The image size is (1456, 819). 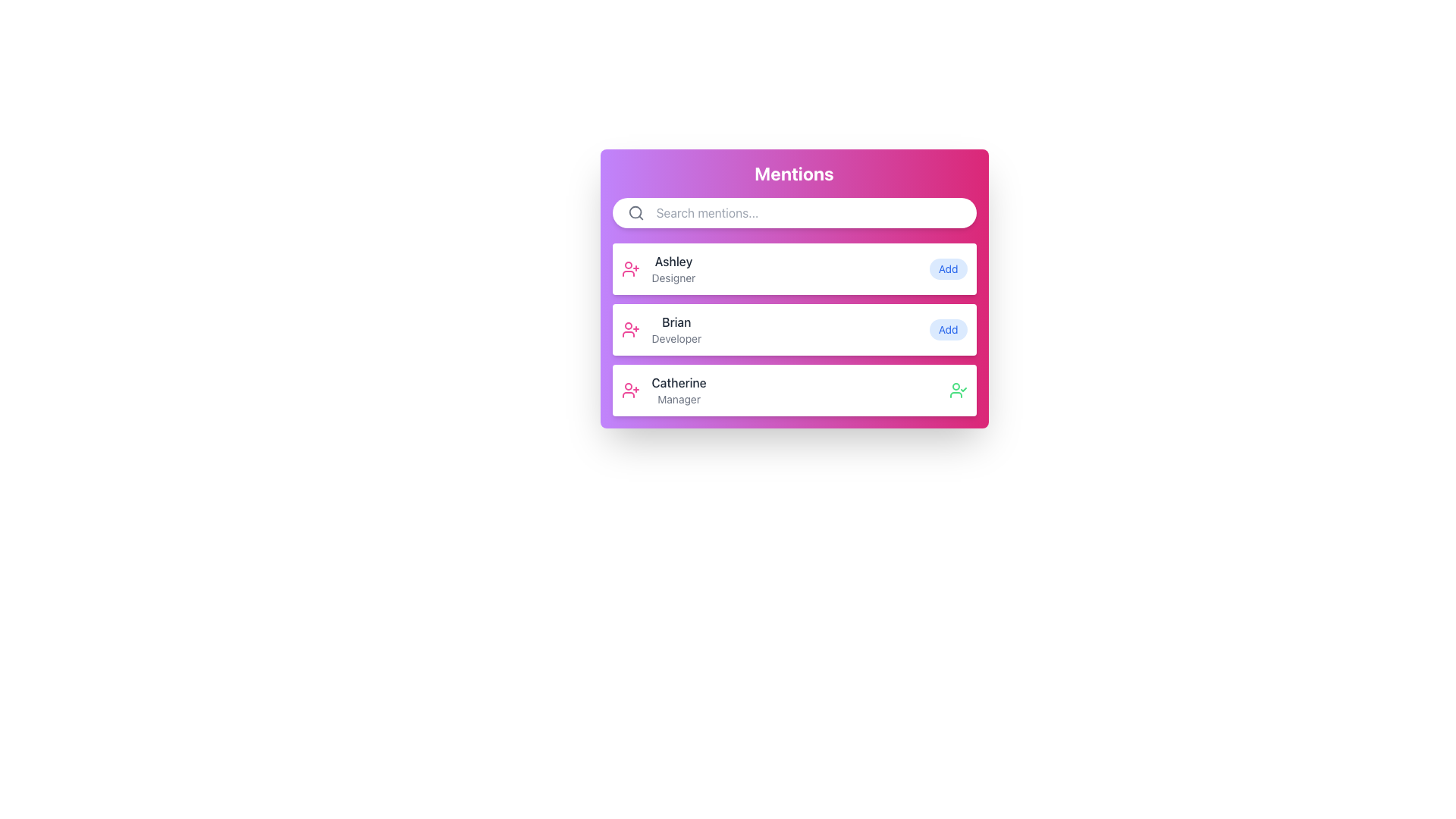 I want to click on the Multitext display element that shows 'Catherine - Manager', which is the third entry in the user mentions list, located below 'Brian - Developer' and above an icon, so click(x=678, y=390).